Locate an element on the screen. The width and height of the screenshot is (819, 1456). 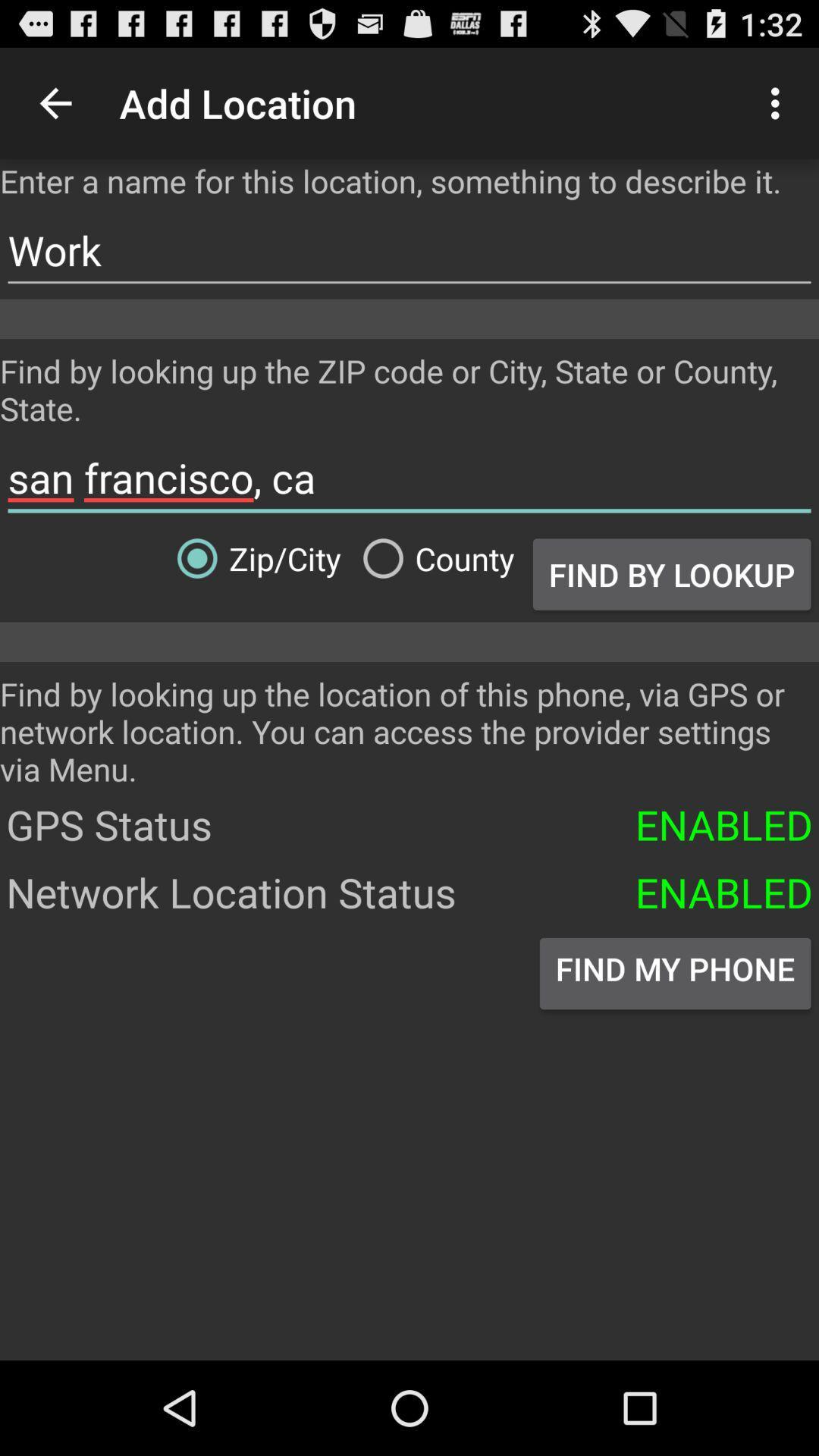
the item above the find by lookup icon is located at coordinates (409, 477).